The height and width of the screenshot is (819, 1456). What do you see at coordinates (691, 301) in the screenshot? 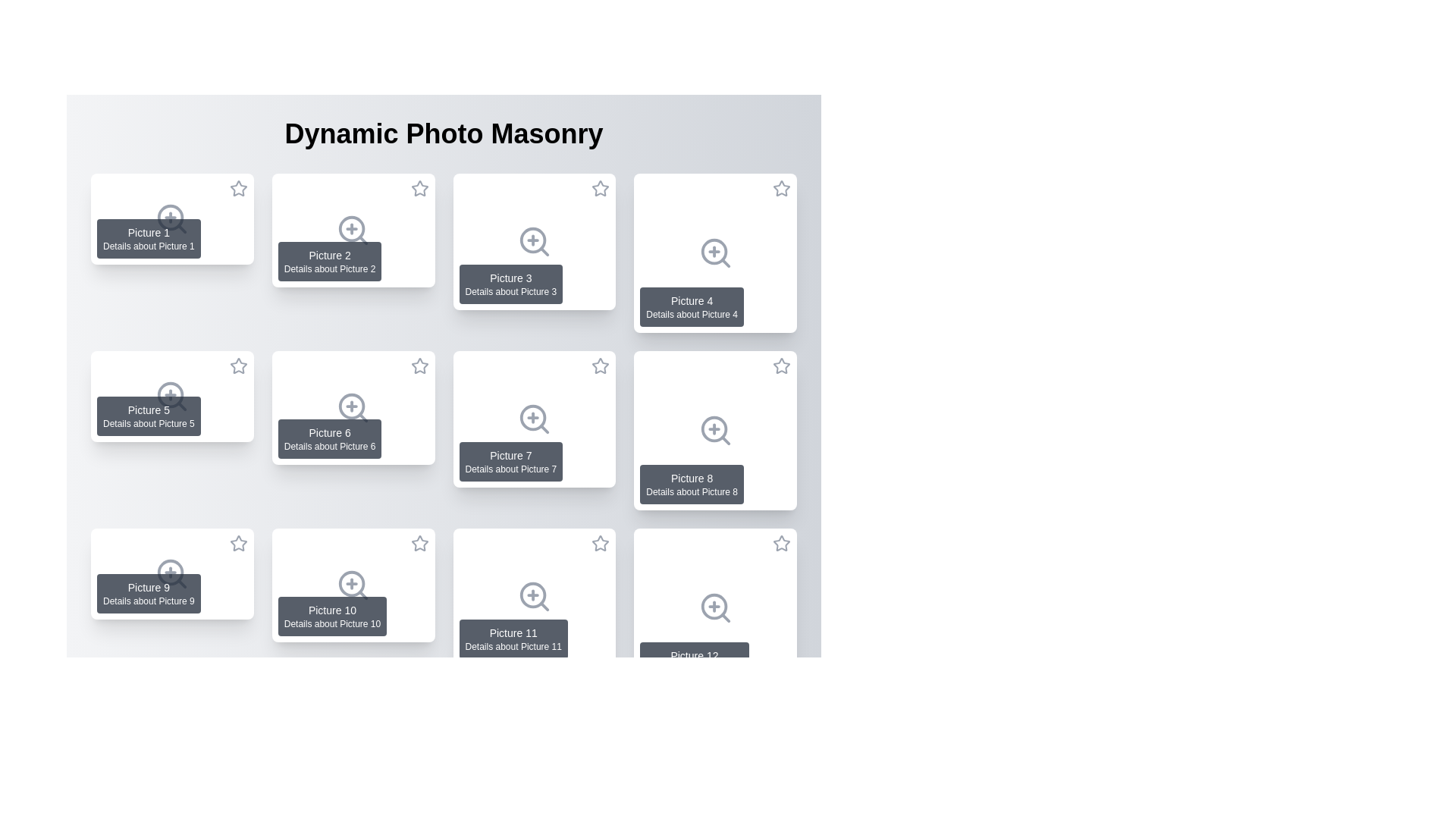
I see `the static text label displaying 'Picture 4' located in the fourth card from the left in the second row` at bounding box center [691, 301].